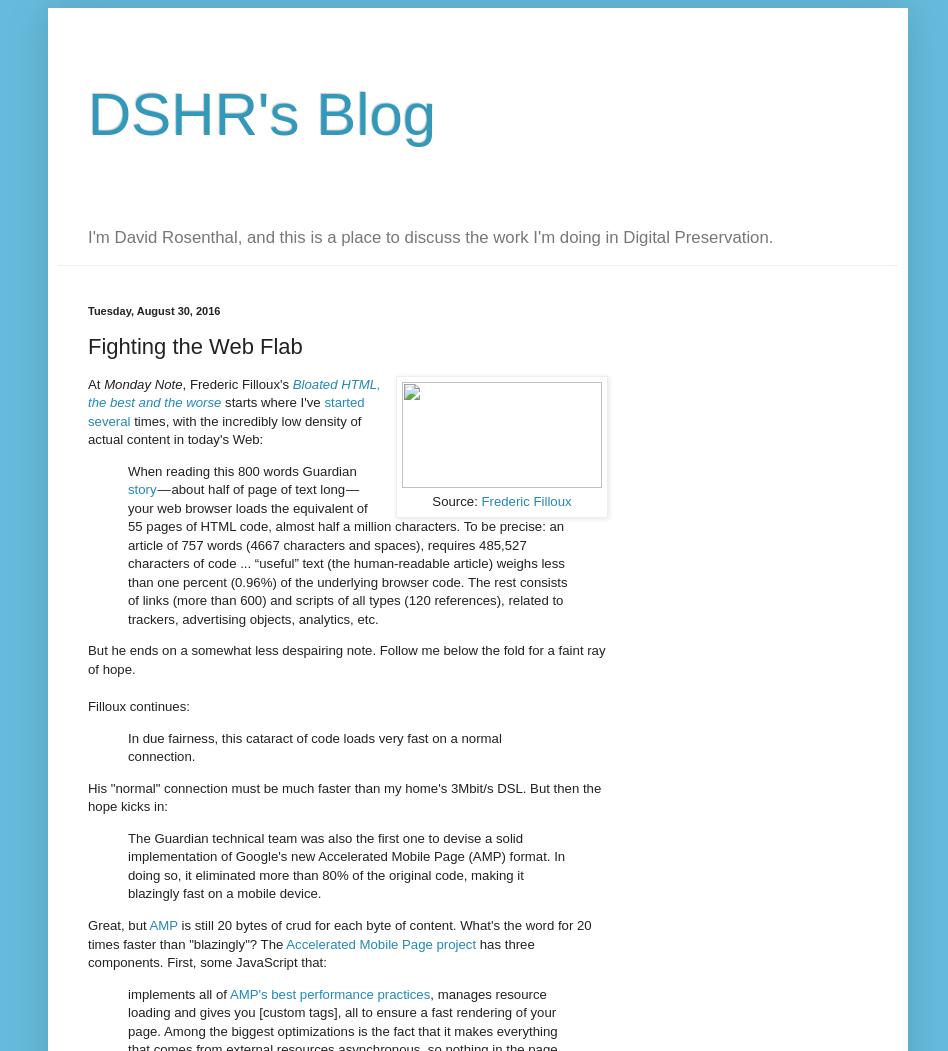 The width and height of the screenshot is (948, 1051). What do you see at coordinates (346, 864) in the screenshot?
I see `'The Guardian technical team was also the first one to devise a solid implementation of Google's new Accelerated Mobile Page (AMP) format. In doing so, it eliminated more than 80% of the original code, making it blazingly fast on a mobile device.'` at bounding box center [346, 864].